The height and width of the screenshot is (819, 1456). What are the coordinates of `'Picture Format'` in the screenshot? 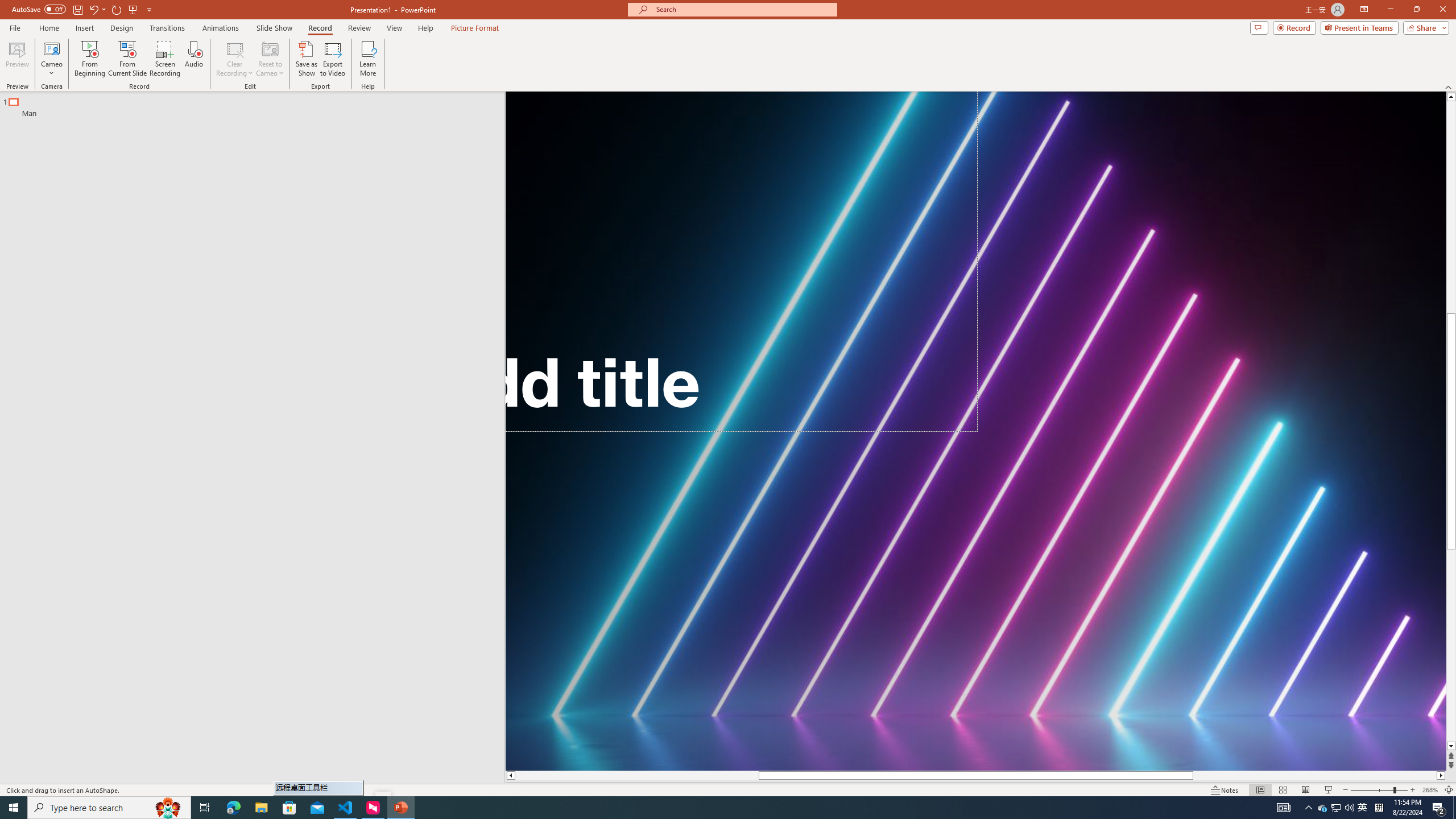 It's located at (475, 28).